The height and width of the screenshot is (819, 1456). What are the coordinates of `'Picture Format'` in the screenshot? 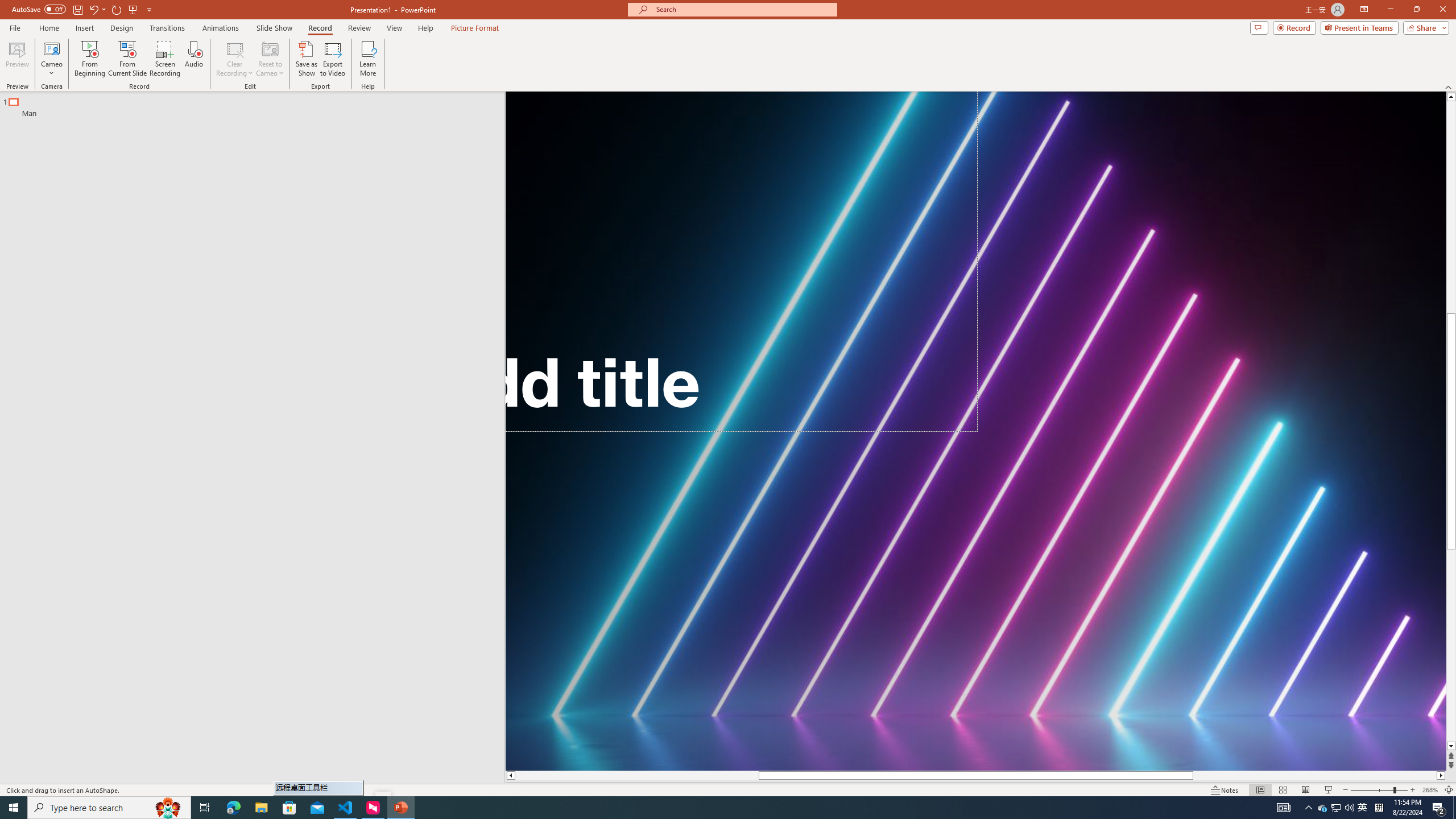 It's located at (475, 28).